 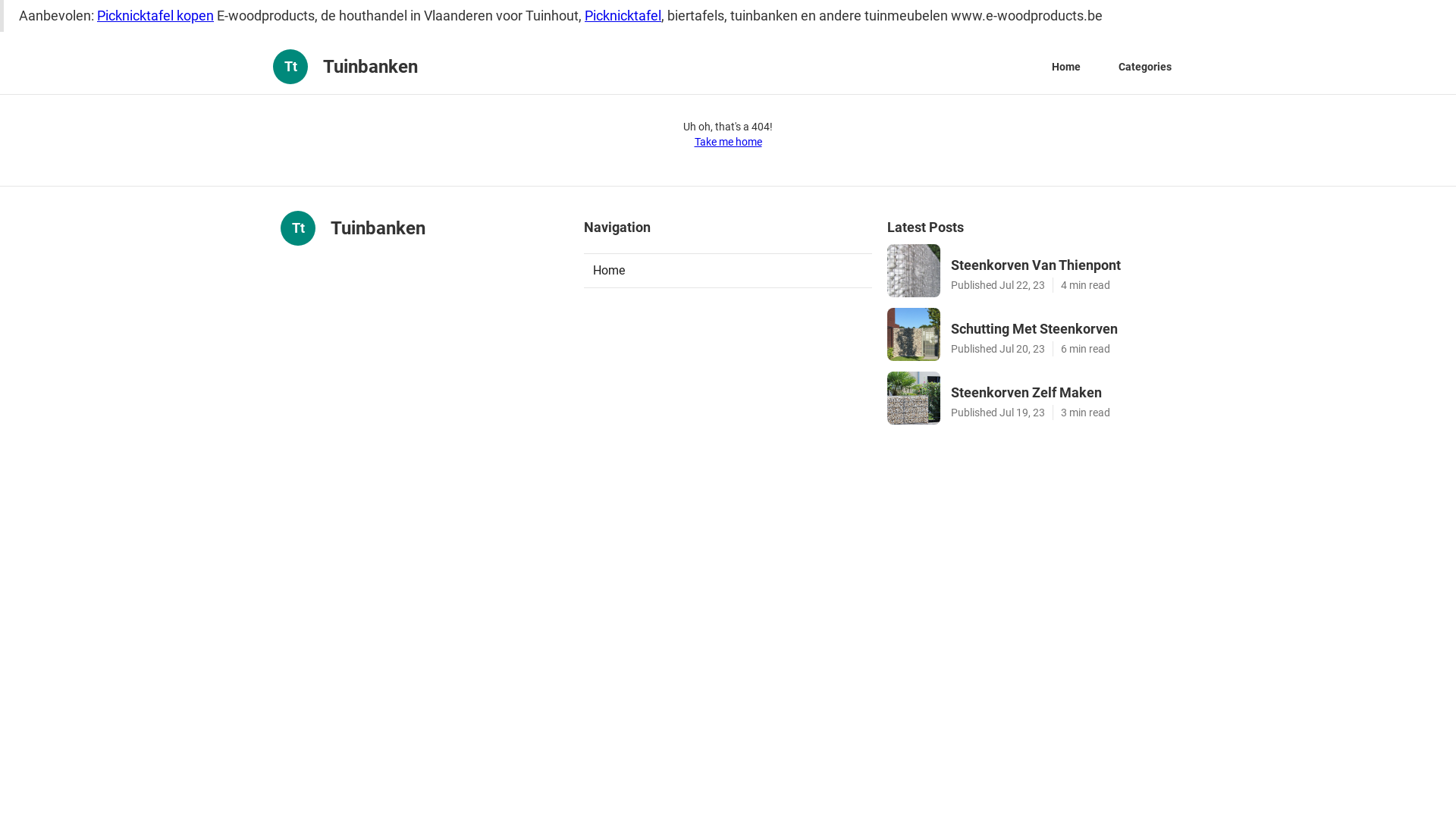 I want to click on 'Schutting Met Steenkorven', so click(x=1062, y=328).